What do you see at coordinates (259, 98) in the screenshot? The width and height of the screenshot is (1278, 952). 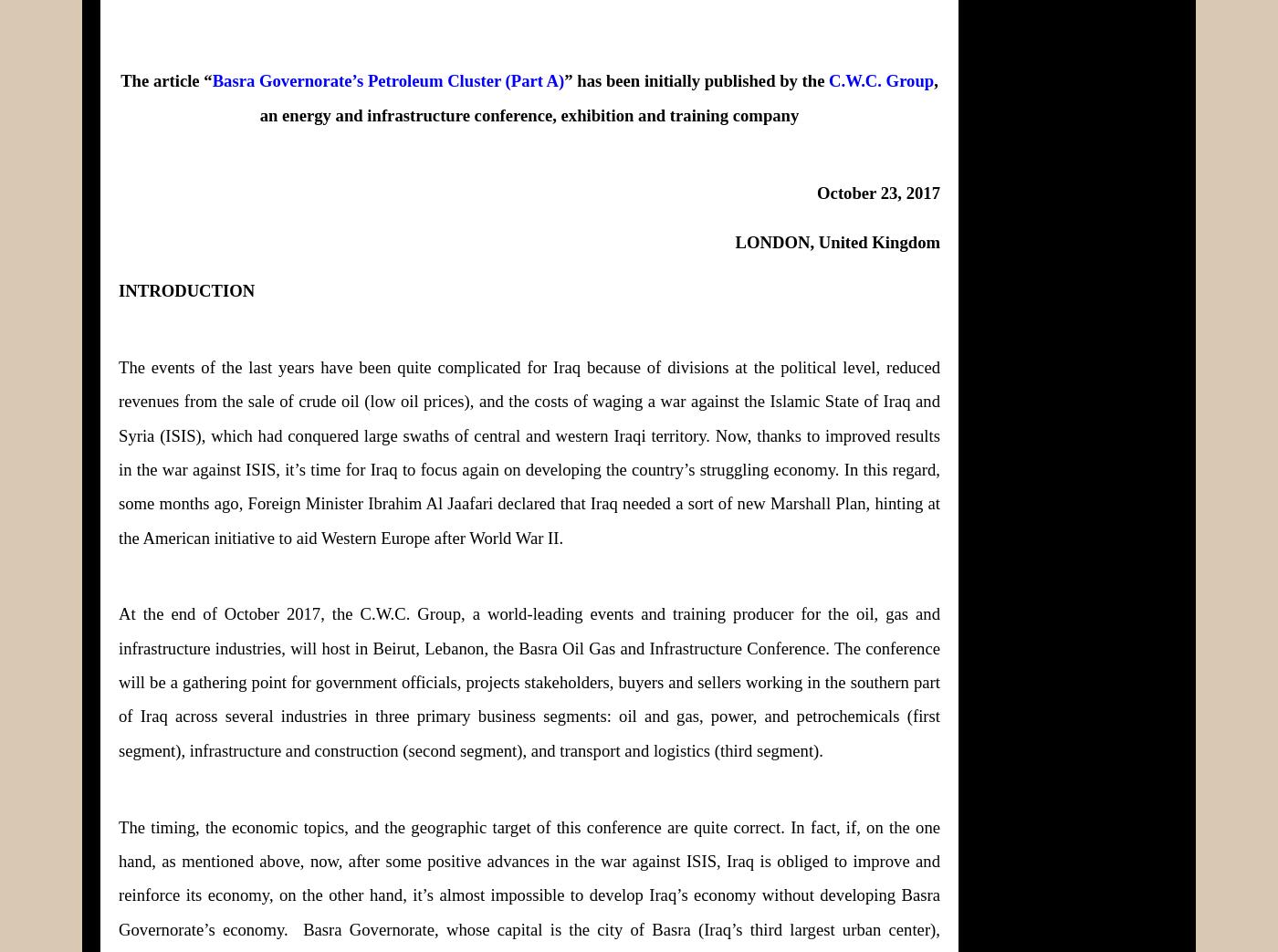 I see `', an energy
and infrastructure conference, exhibition and training company'` at bounding box center [259, 98].